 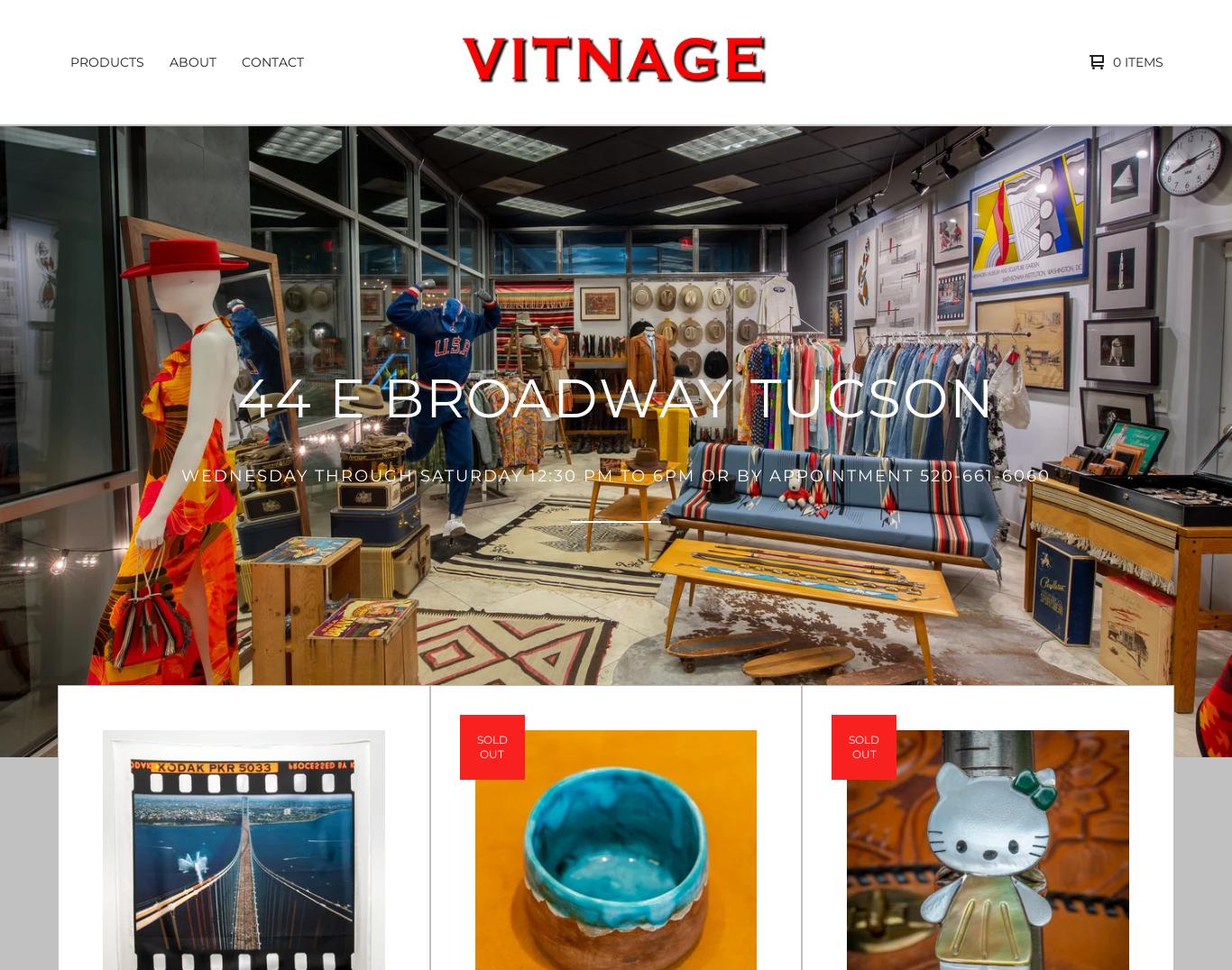 I want to click on 'Vintage Outerwear', so click(x=145, y=471).